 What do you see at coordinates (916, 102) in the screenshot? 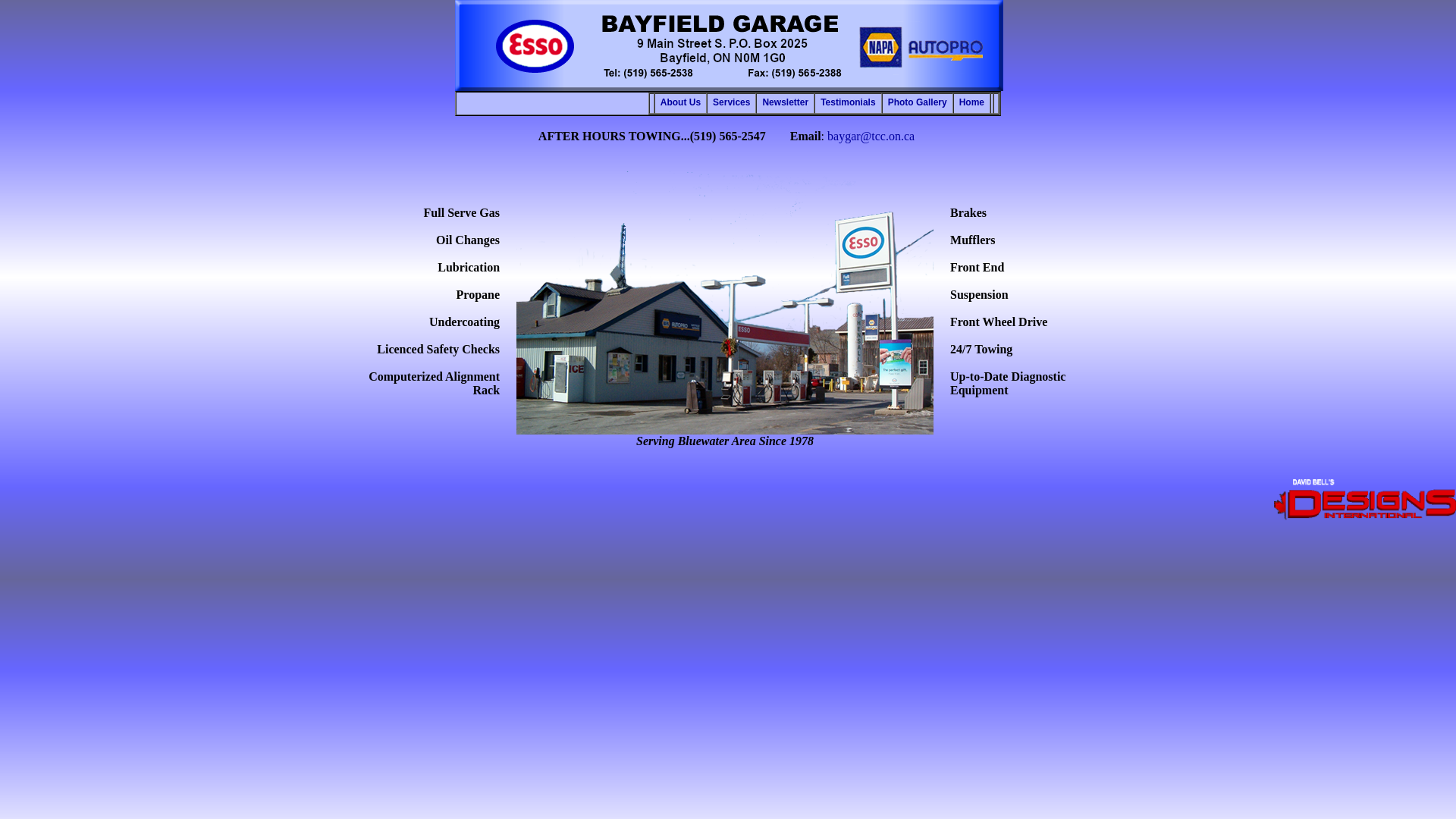
I see `'Photo Gallery'` at bounding box center [916, 102].